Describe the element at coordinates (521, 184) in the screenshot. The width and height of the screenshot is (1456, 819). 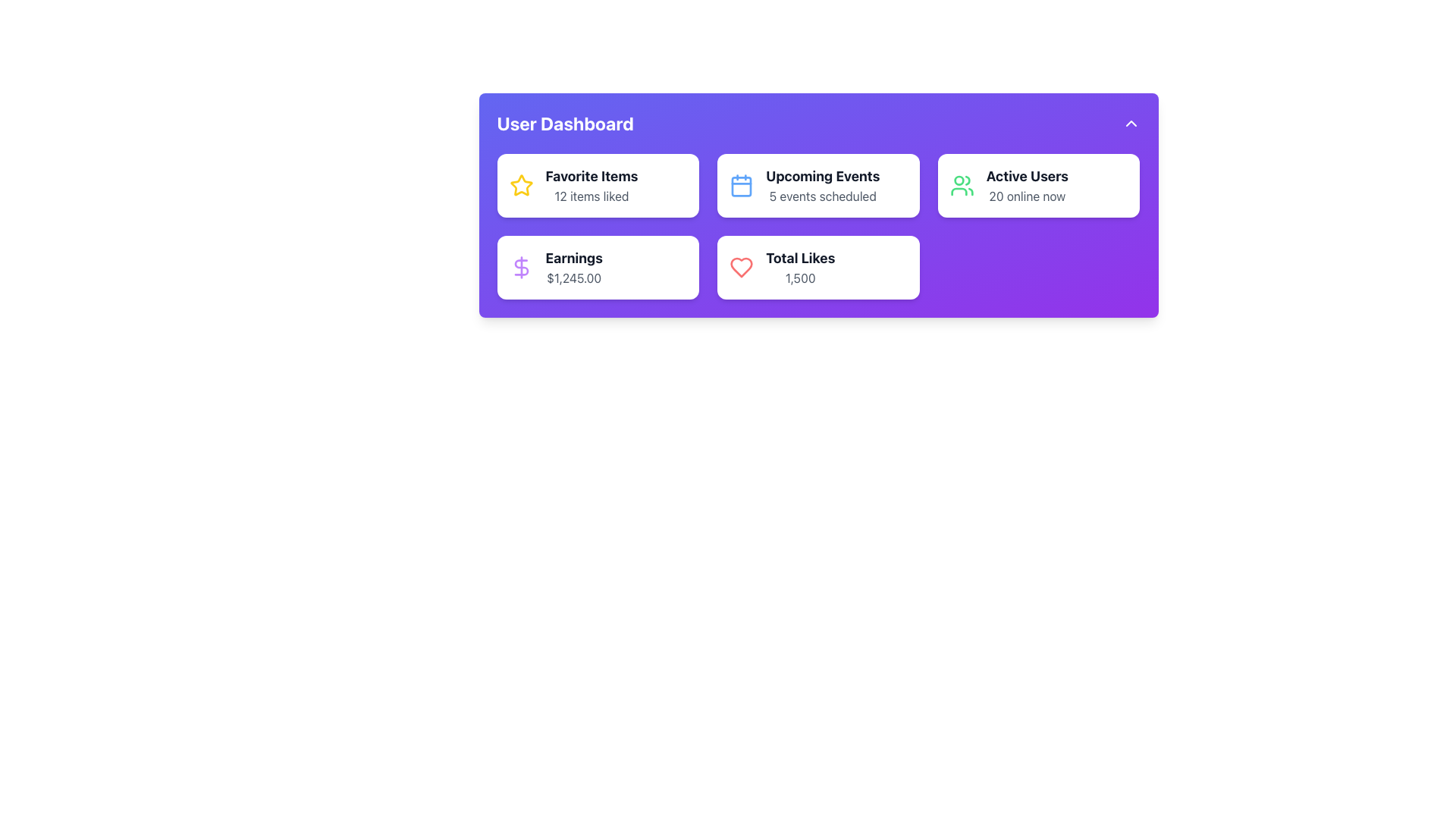
I see `the yellow star icon with a hollow center located within the 'Favorite Items' card in the User Dashboard interface` at that location.